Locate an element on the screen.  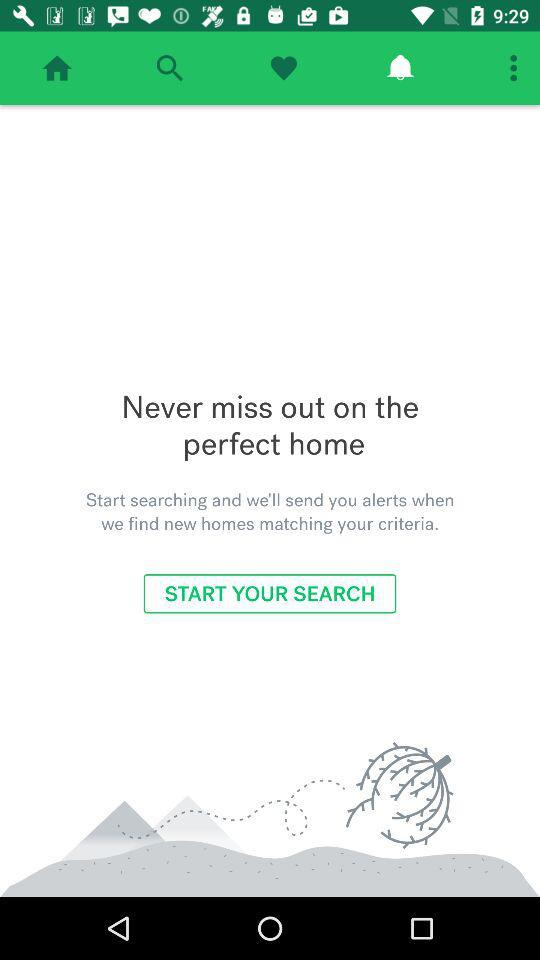
home page is located at coordinates (57, 68).